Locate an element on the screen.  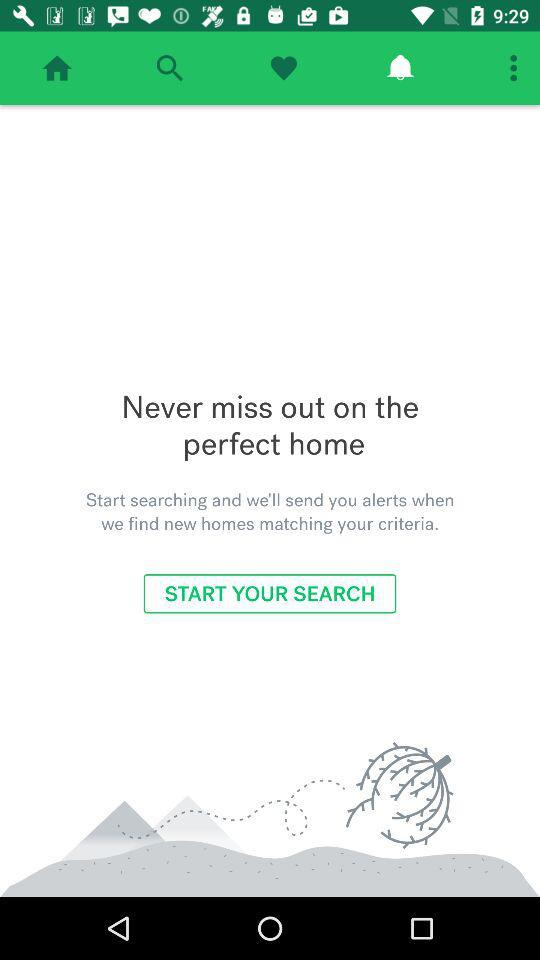
home page is located at coordinates (57, 68).